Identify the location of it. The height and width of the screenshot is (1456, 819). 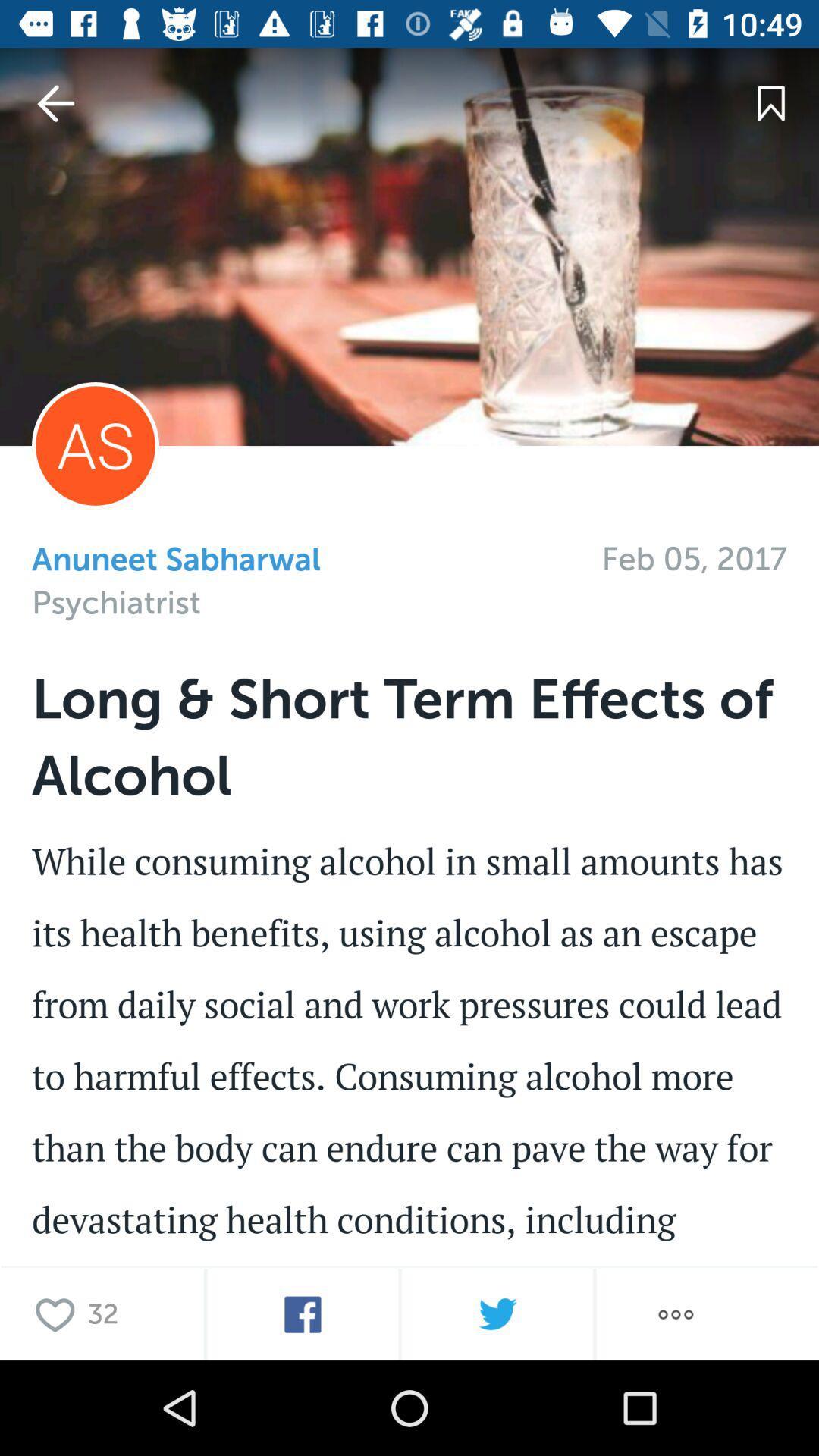
(58, 1313).